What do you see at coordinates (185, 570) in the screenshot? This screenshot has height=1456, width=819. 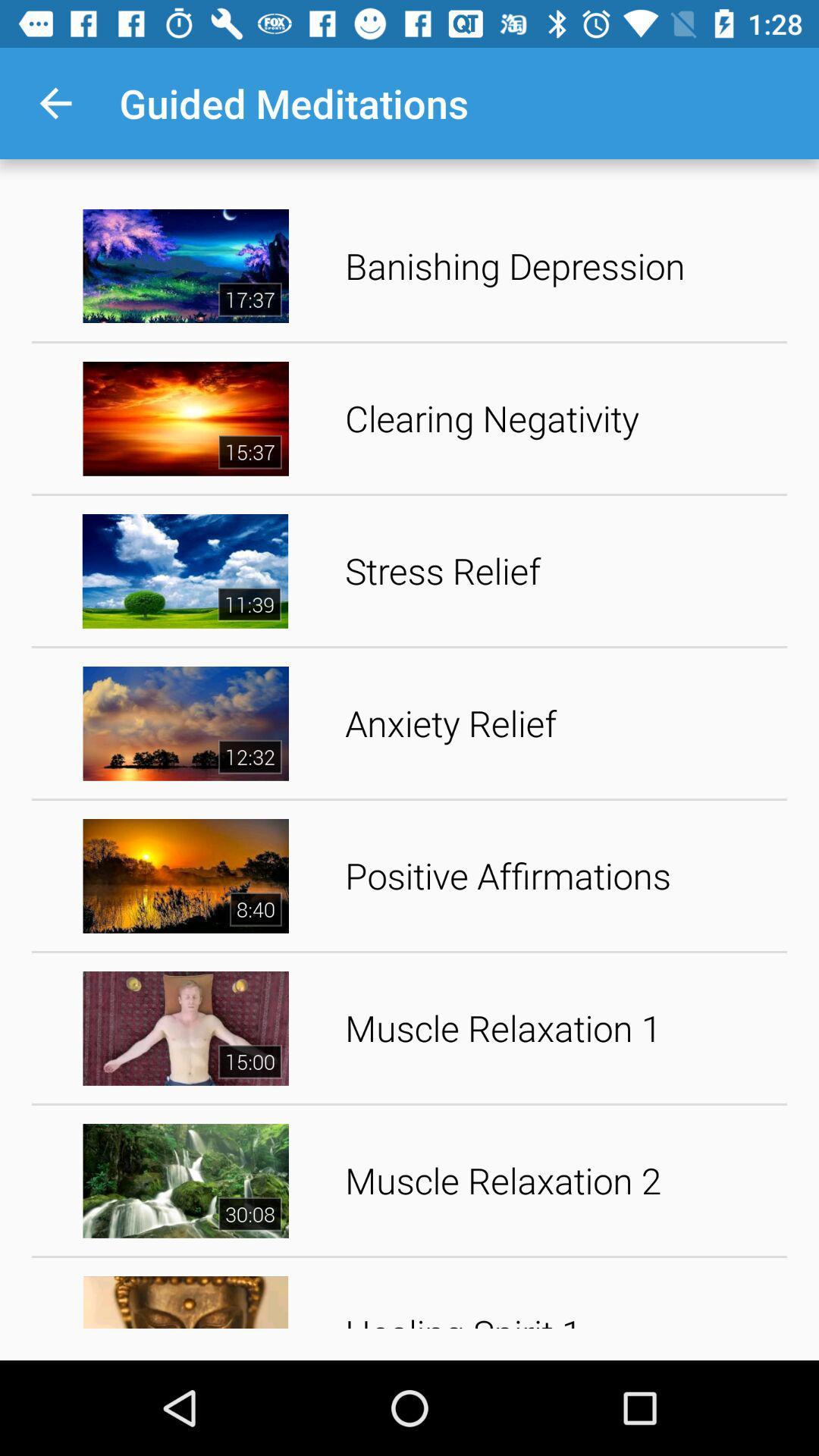 I see `the image left to the stress relief text` at bounding box center [185, 570].